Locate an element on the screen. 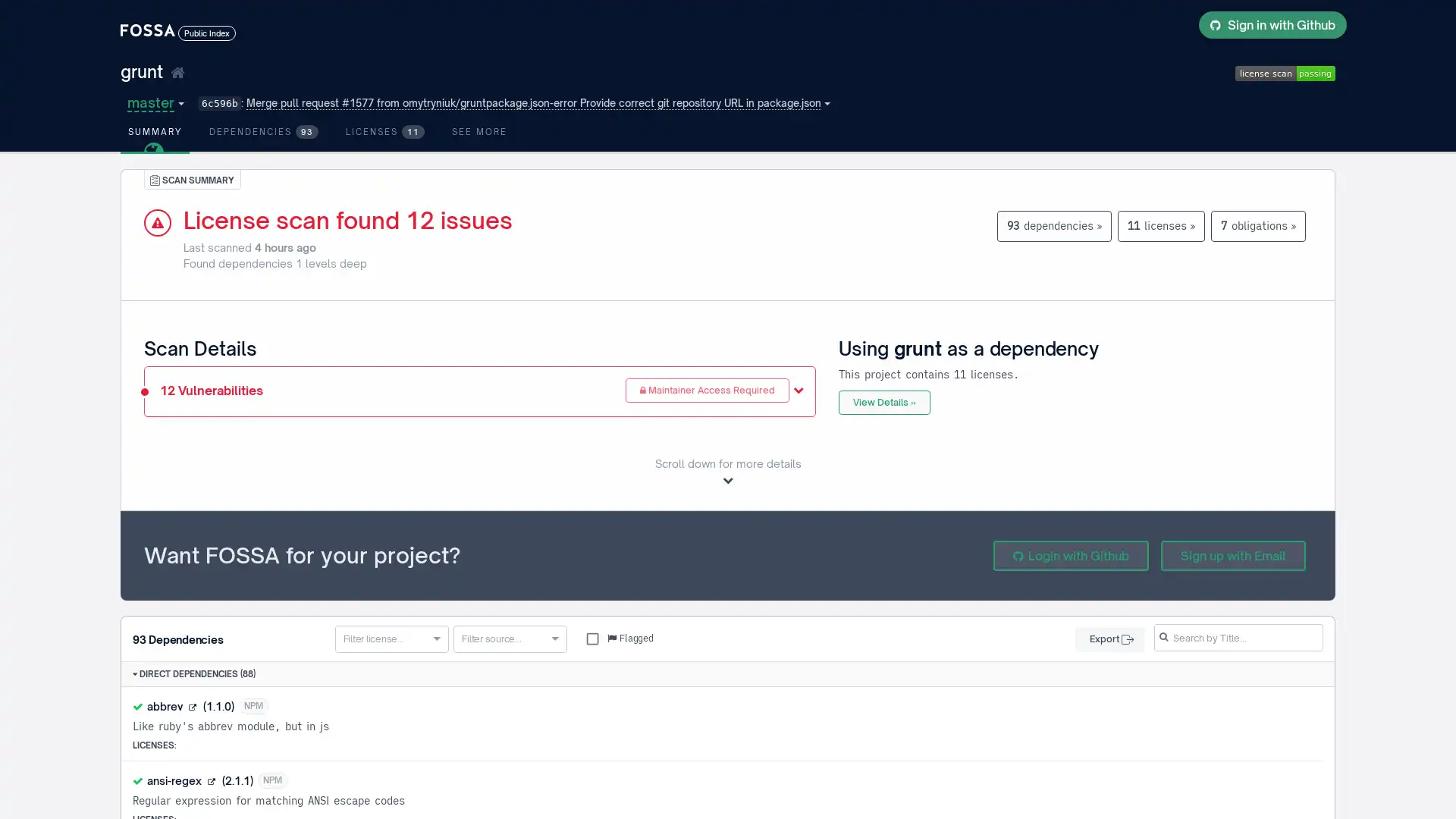 The height and width of the screenshot is (819, 1456). Maintainer Access Required is located at coordinates (705, 390).